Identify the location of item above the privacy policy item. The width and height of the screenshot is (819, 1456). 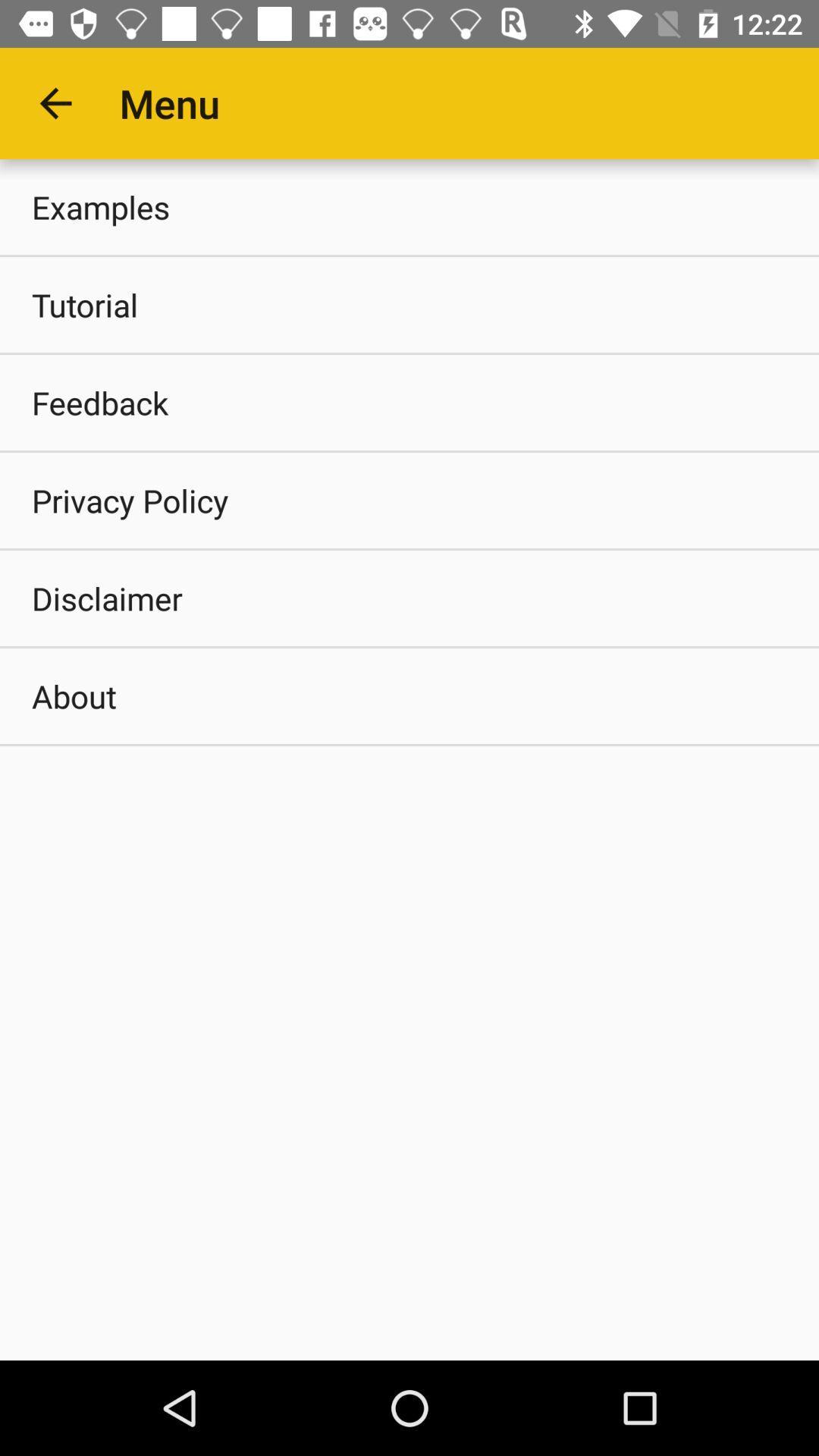
(409, 403).